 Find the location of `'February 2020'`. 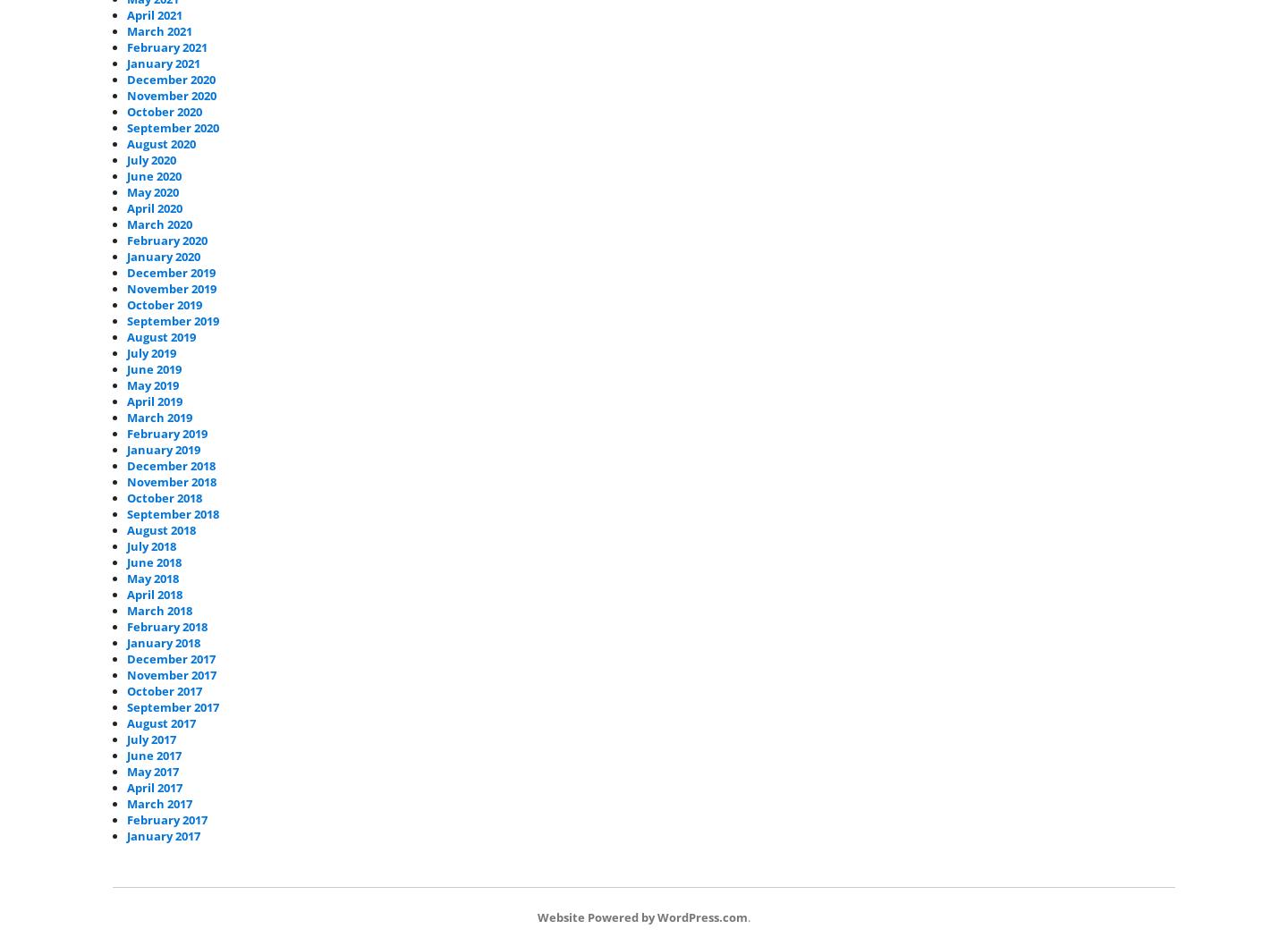

'February 2020' is located at coordinates (167, 238).